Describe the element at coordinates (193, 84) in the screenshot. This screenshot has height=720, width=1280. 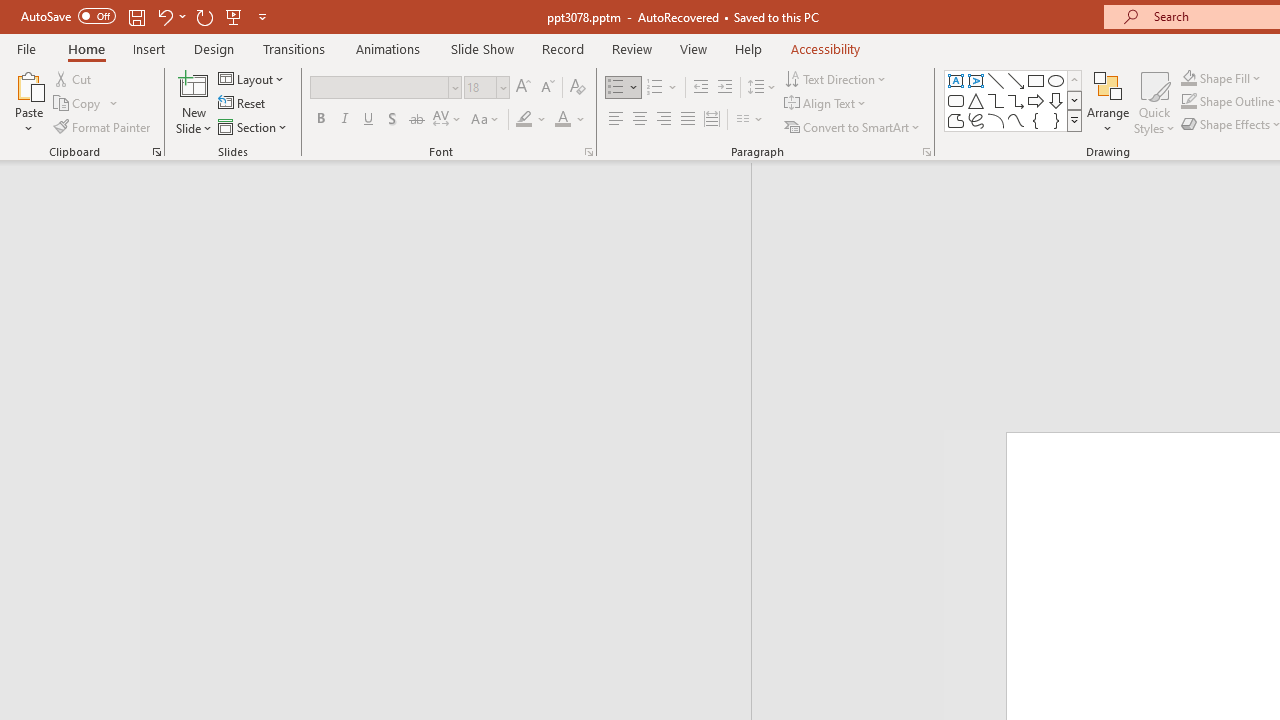
I see `'New Slide'` at that location.